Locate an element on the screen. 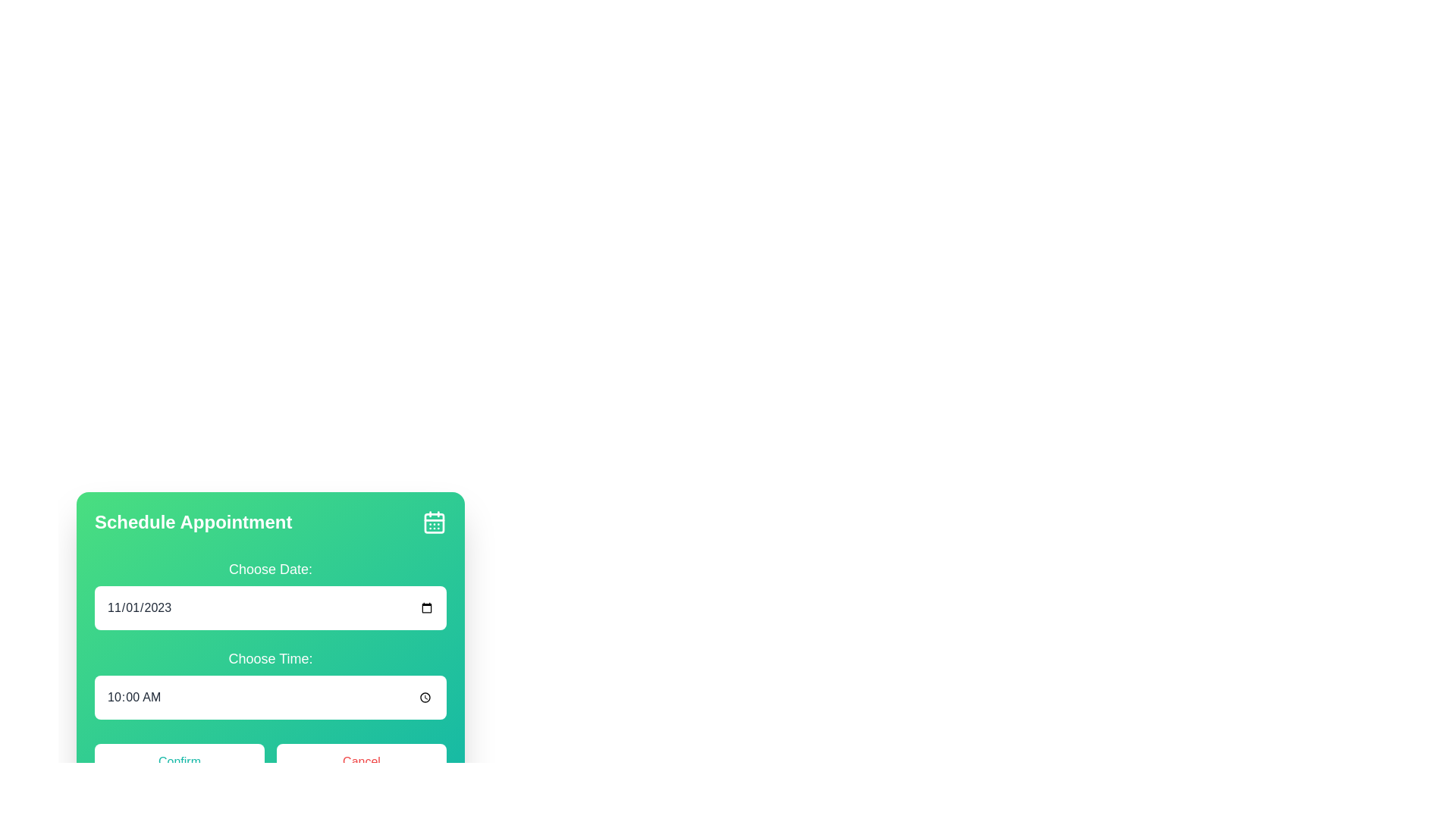 The height and width of the screenshot is (819, 1456). the 'Confirm' button, which is a rectangular button with rounded corners, a white background, and teal text, located at the bottom of the 'Schedule Appointment' form is located at coordinates (179, 762).